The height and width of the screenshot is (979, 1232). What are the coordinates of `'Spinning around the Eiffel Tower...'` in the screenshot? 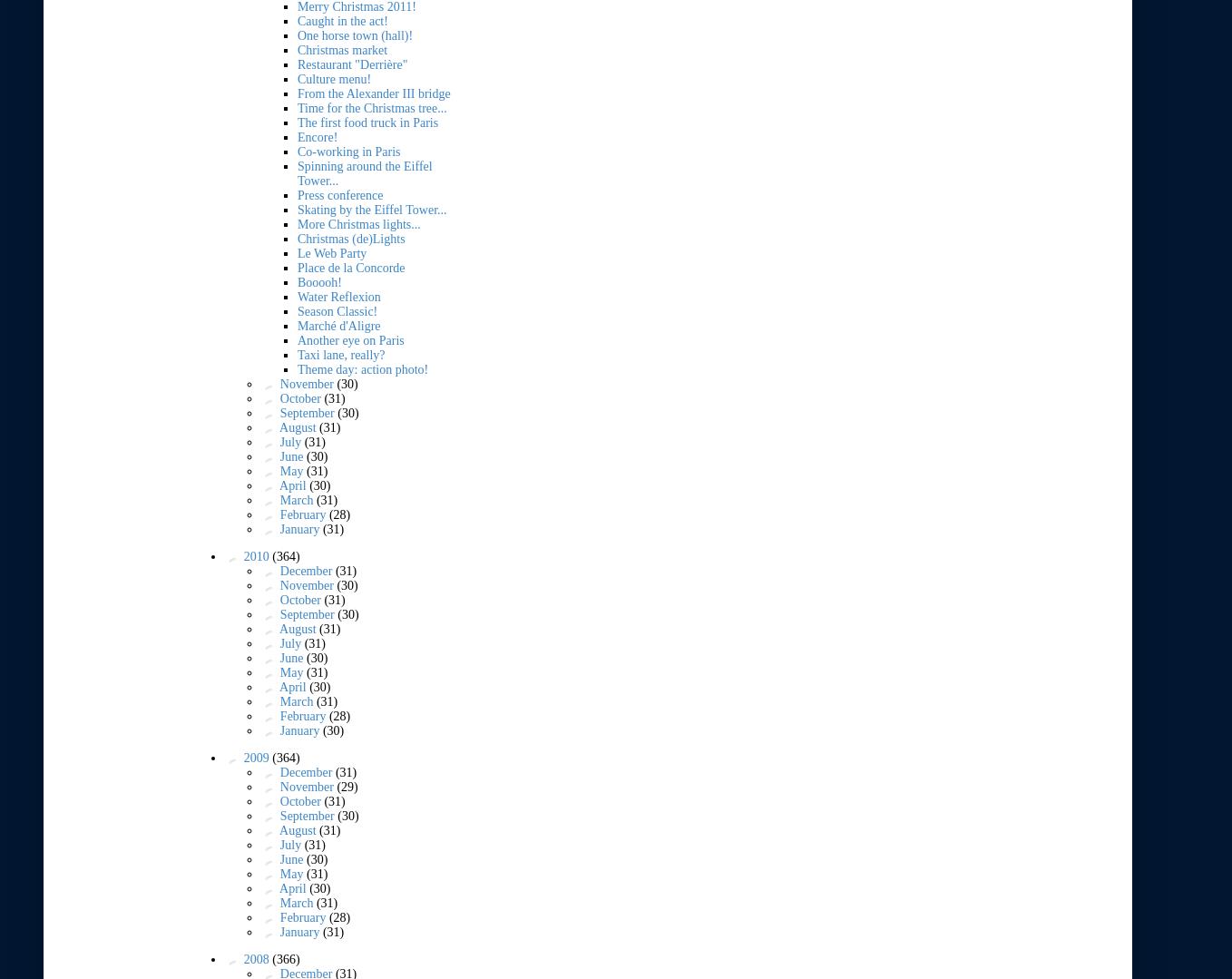 It's located at (296, 172).